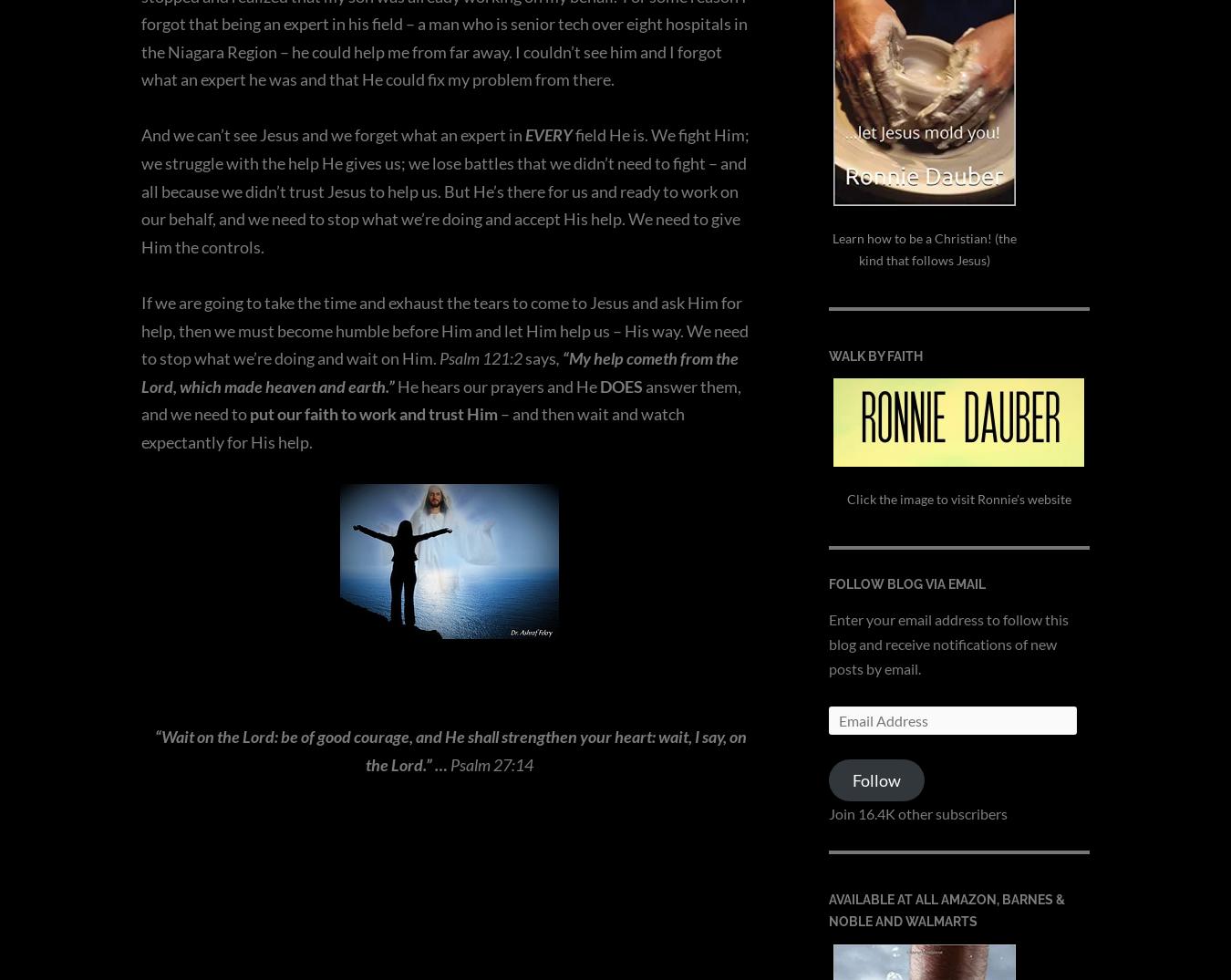 This screenshot has width=1231, height=980. What do you see at coordinates (557, 357) in the screenshot?
I see `','` at bounding box center [557, 357].